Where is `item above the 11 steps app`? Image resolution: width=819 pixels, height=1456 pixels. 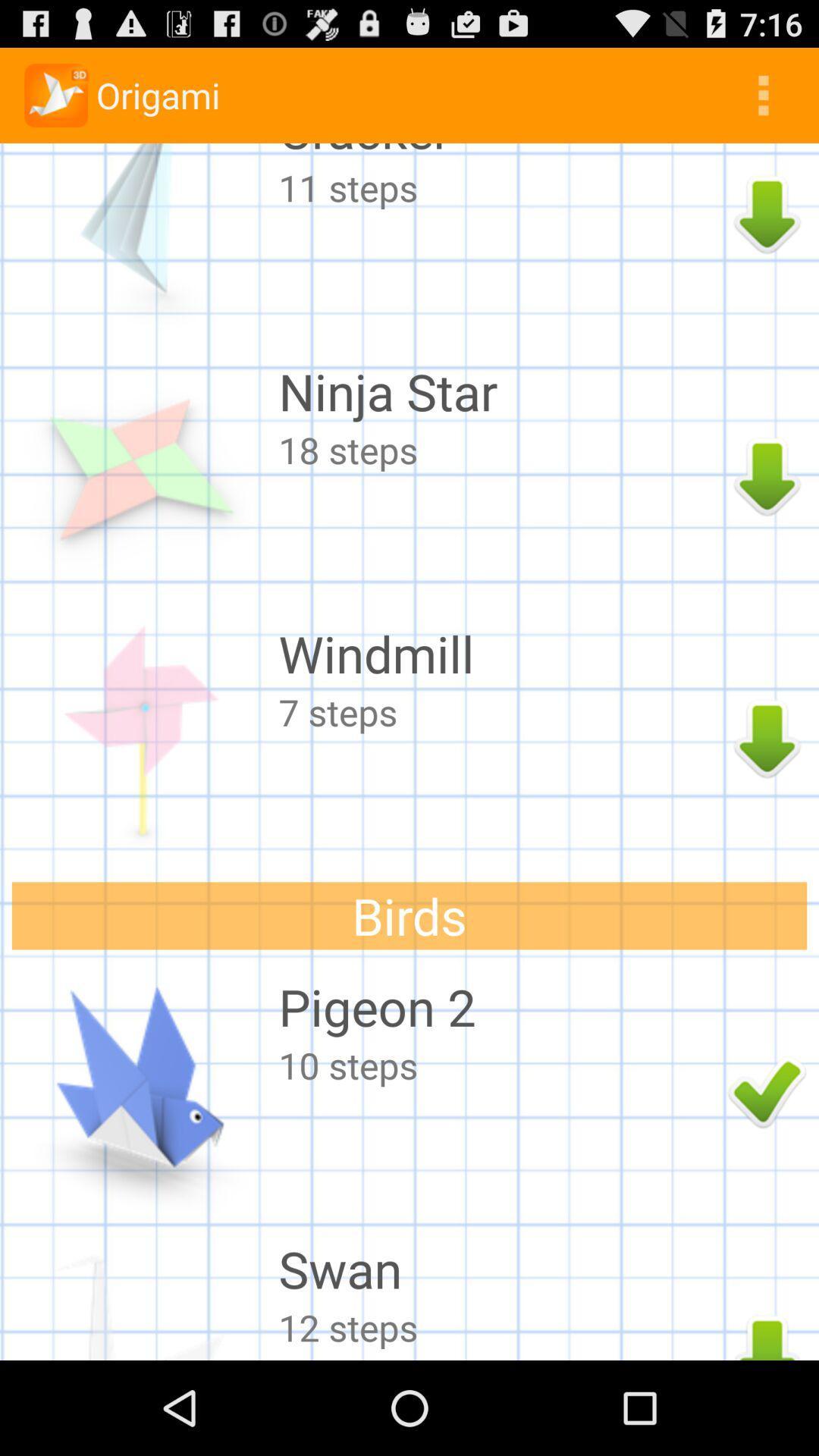
item above the 11 steps app is located at coordinates (499, 153).